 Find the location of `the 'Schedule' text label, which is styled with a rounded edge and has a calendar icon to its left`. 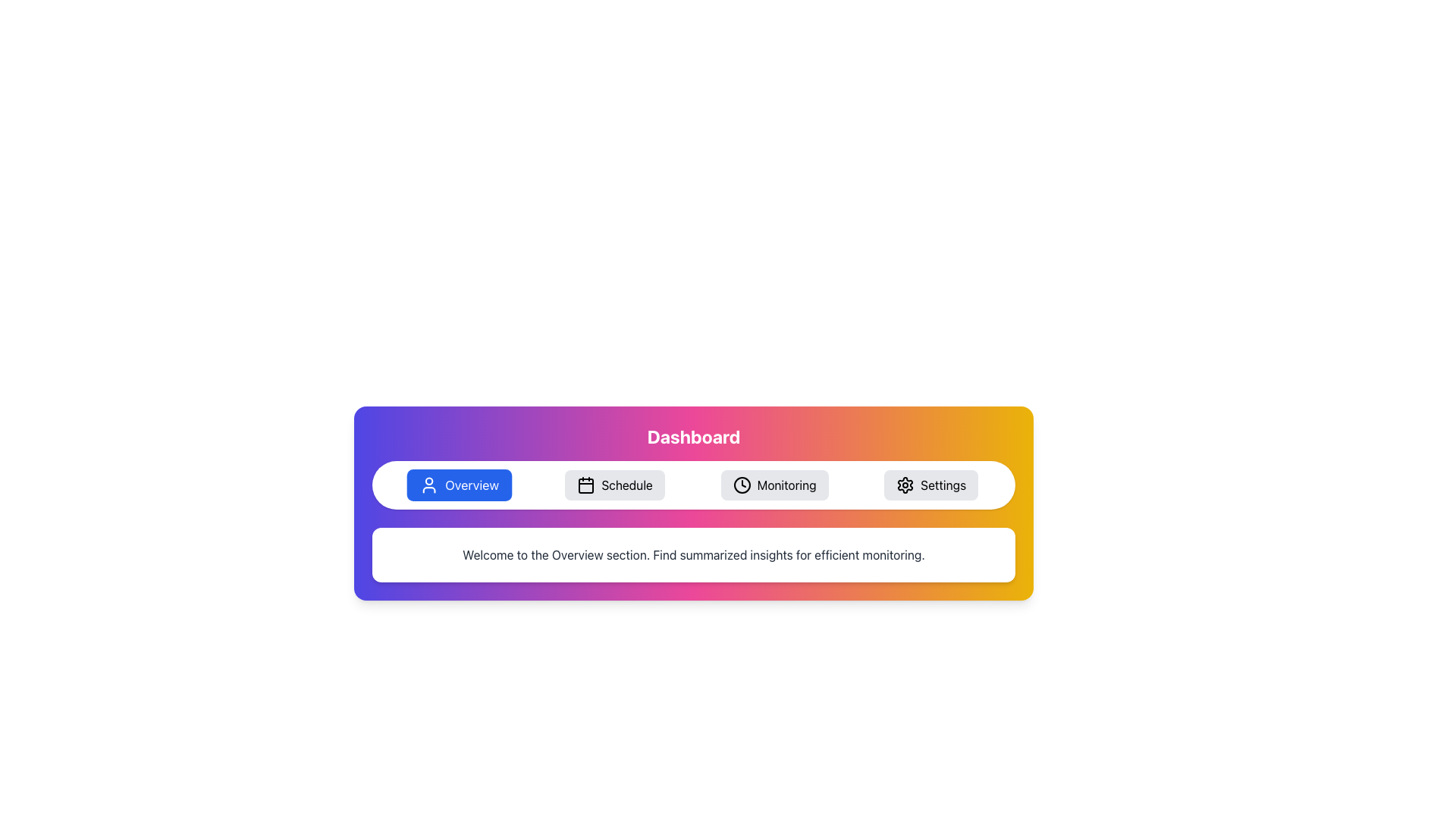

the 'Schedule' text label, which is styled with a rounded edge and has a calendar icon to its left is located at coordinates (627, 485).